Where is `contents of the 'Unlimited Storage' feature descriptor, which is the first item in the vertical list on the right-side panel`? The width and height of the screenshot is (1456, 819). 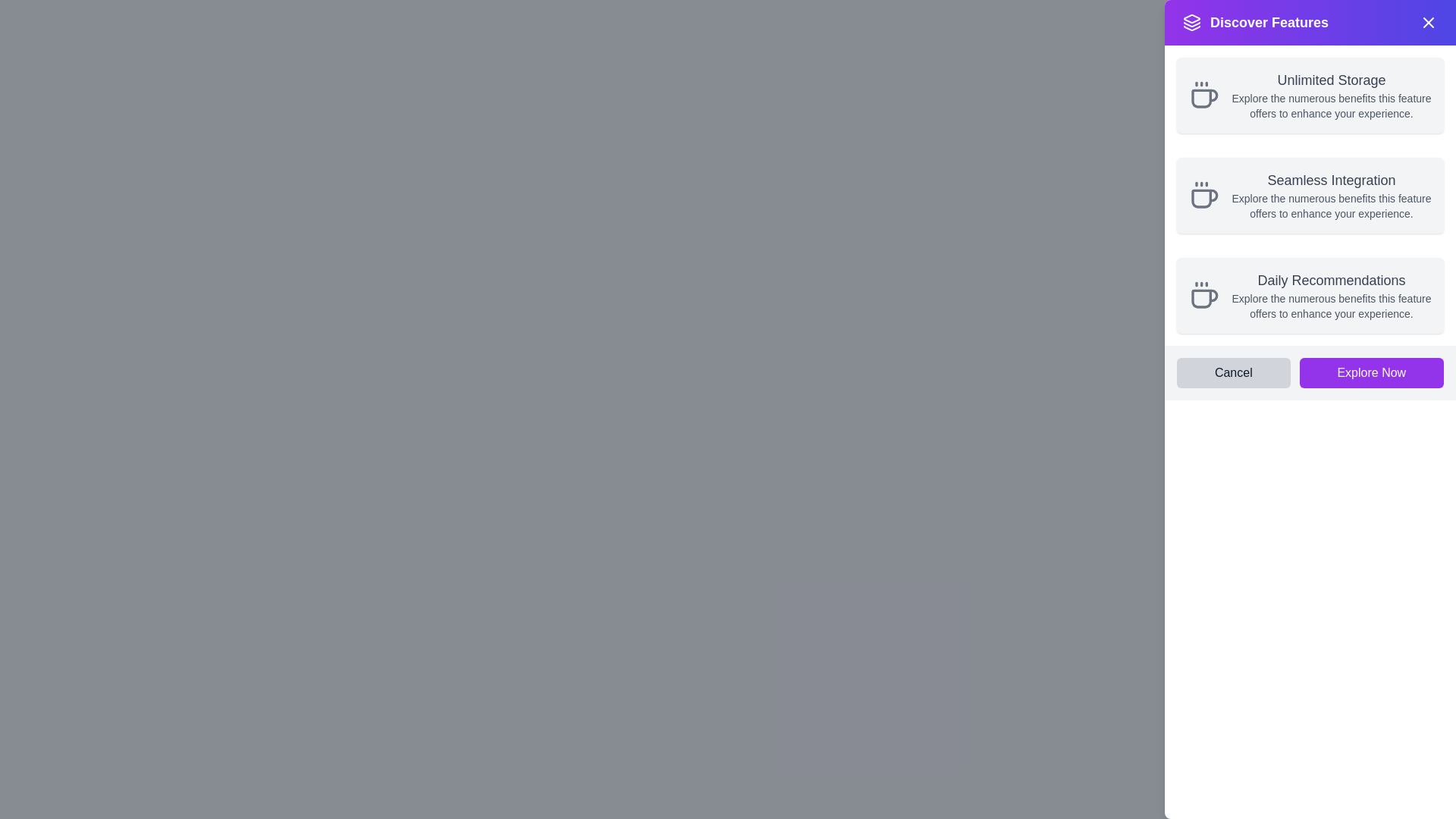 contents of the 'Unlimited Storage' feature descriptor, which is the first item in the vertical list on the right-side panel is located at coordinates (1331, 96).